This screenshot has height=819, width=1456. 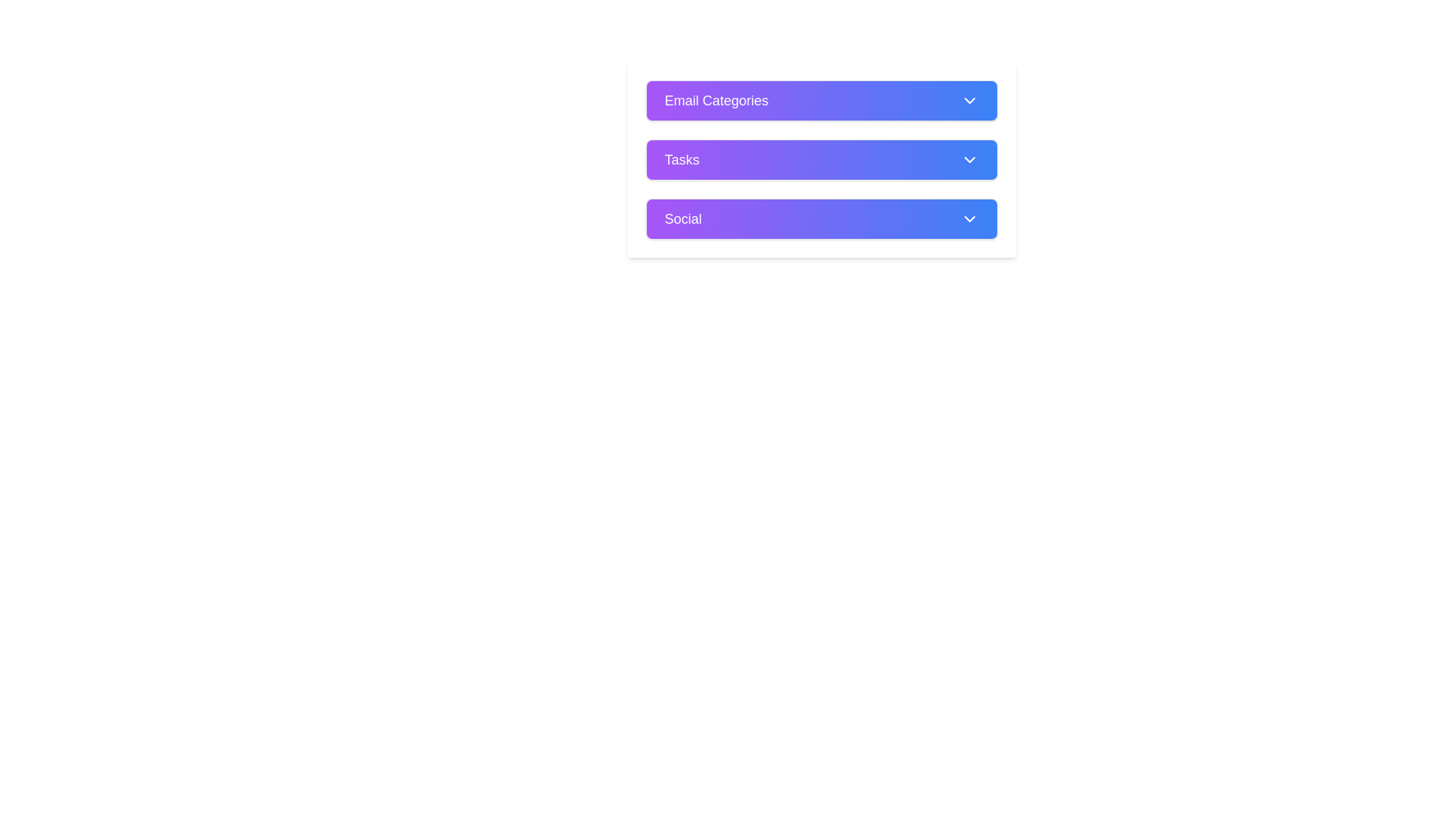 What do you see at coordinates (821, 219) in the screenshot?
I see `on the 'Social' dropdown or collapsible toggle button` at bounding box center [821, 219].